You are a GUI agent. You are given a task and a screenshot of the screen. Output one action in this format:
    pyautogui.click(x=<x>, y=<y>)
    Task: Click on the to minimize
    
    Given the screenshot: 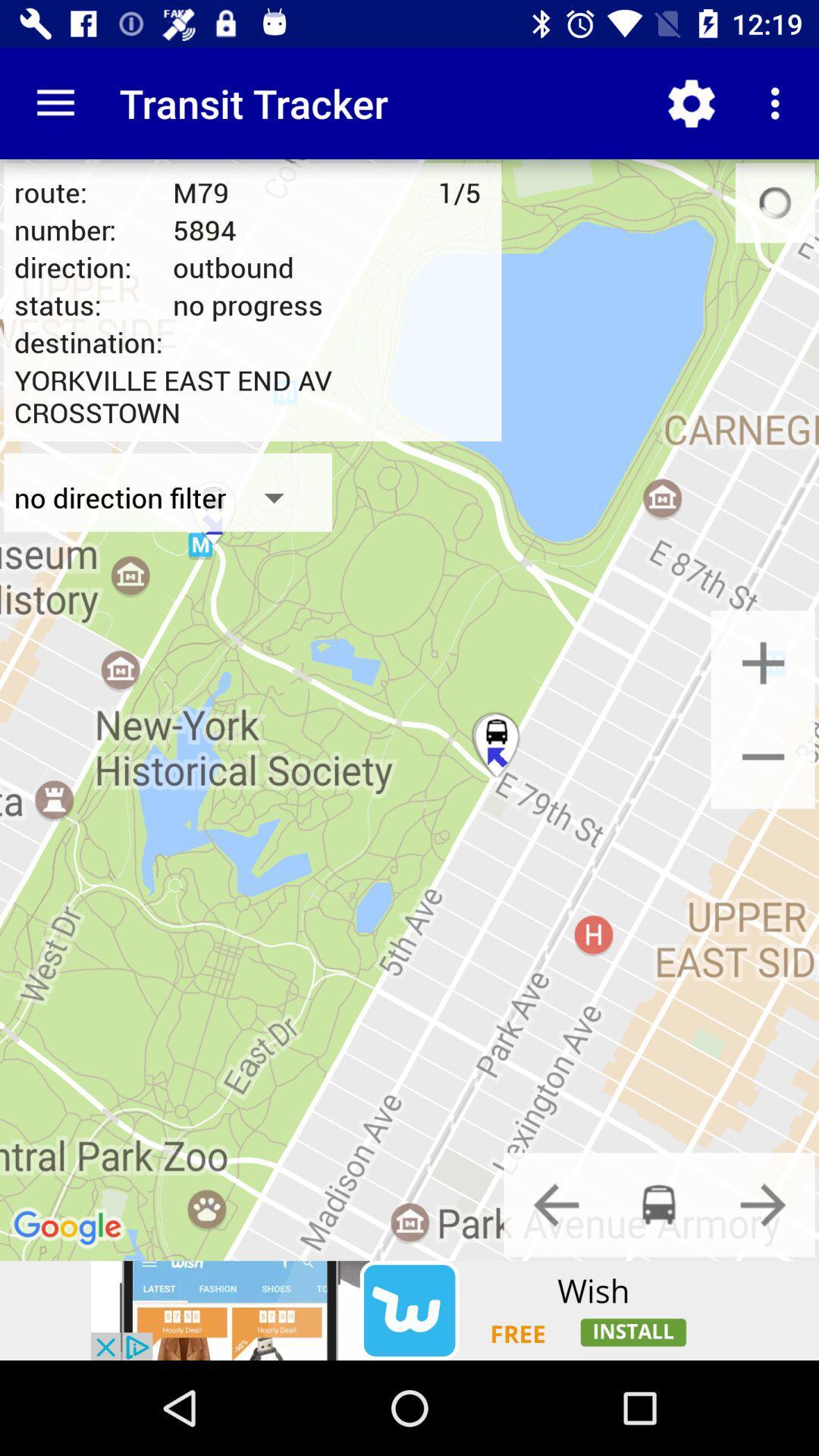 What is the action you would take?
    pyautogui.click(x=763, y=756)
    